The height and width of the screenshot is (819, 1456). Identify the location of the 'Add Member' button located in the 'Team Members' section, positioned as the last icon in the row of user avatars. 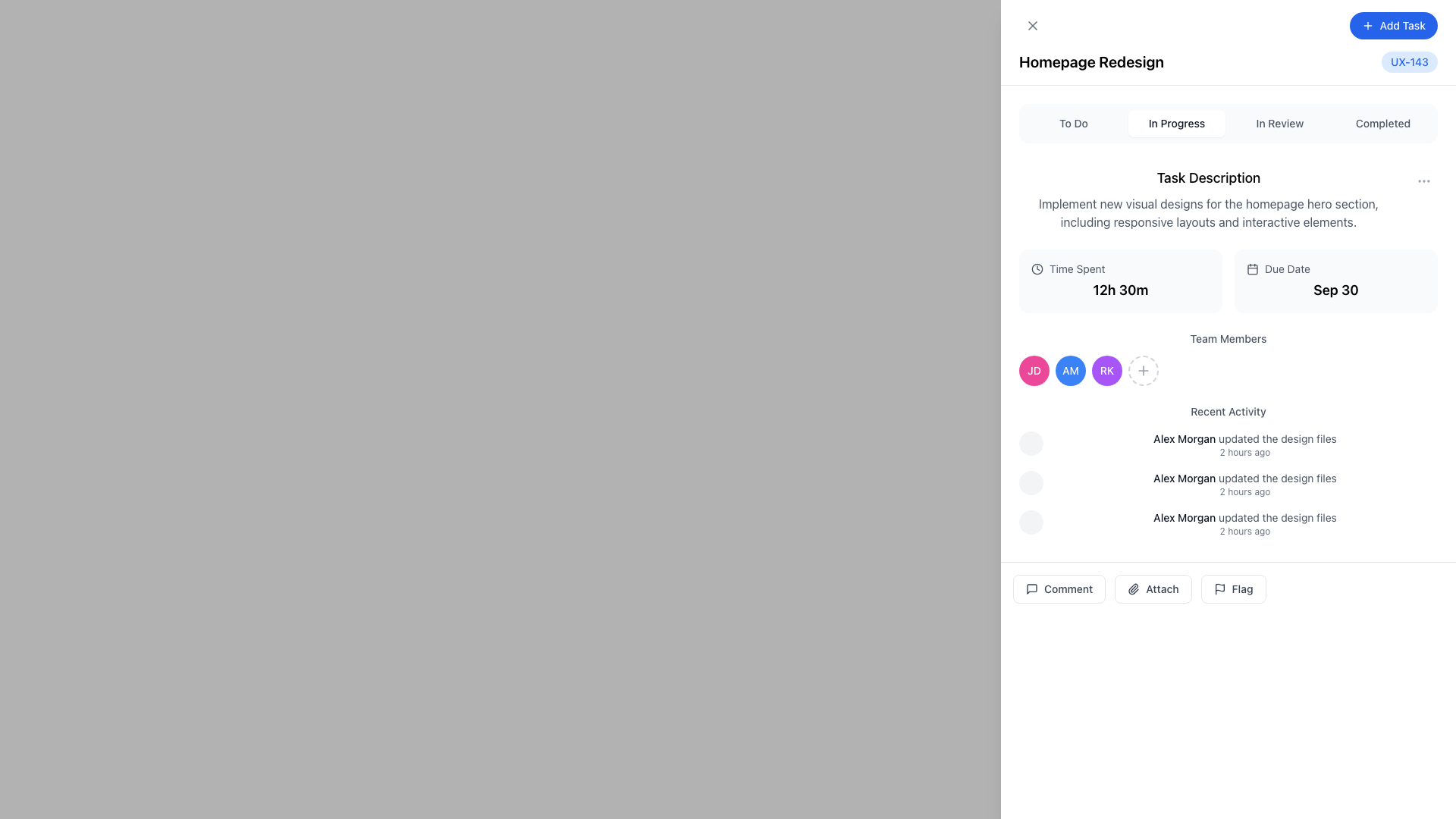
(1143, 371).